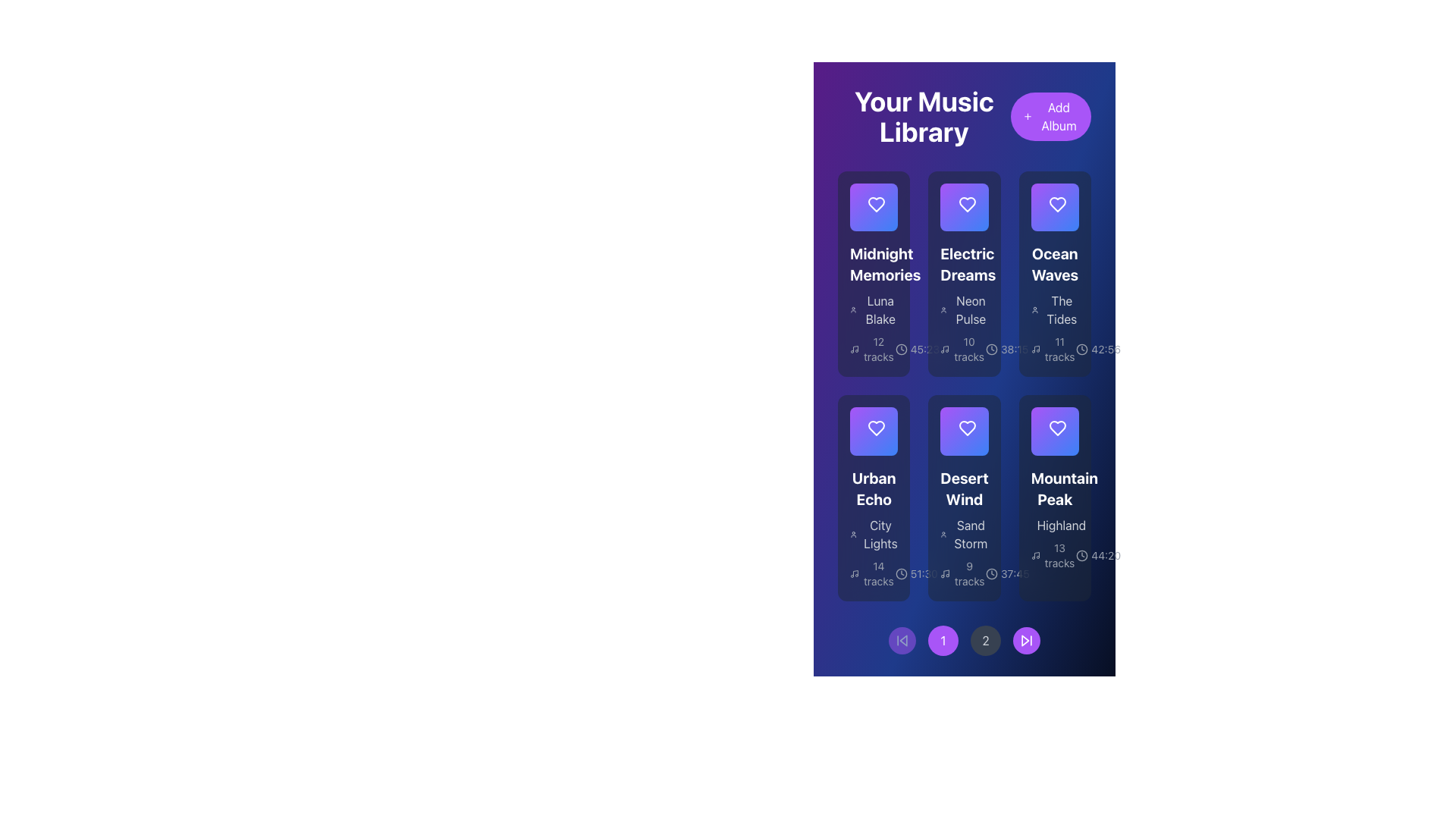 Image resolution: width=1456 pixels, height=819 pixels. What do you see at coordinates (944, 573) in the screenshot?
I see `the music icon located to the left of the '9 tracks' text within the 'Desert Wind' card` at bounding box center [944, 573].